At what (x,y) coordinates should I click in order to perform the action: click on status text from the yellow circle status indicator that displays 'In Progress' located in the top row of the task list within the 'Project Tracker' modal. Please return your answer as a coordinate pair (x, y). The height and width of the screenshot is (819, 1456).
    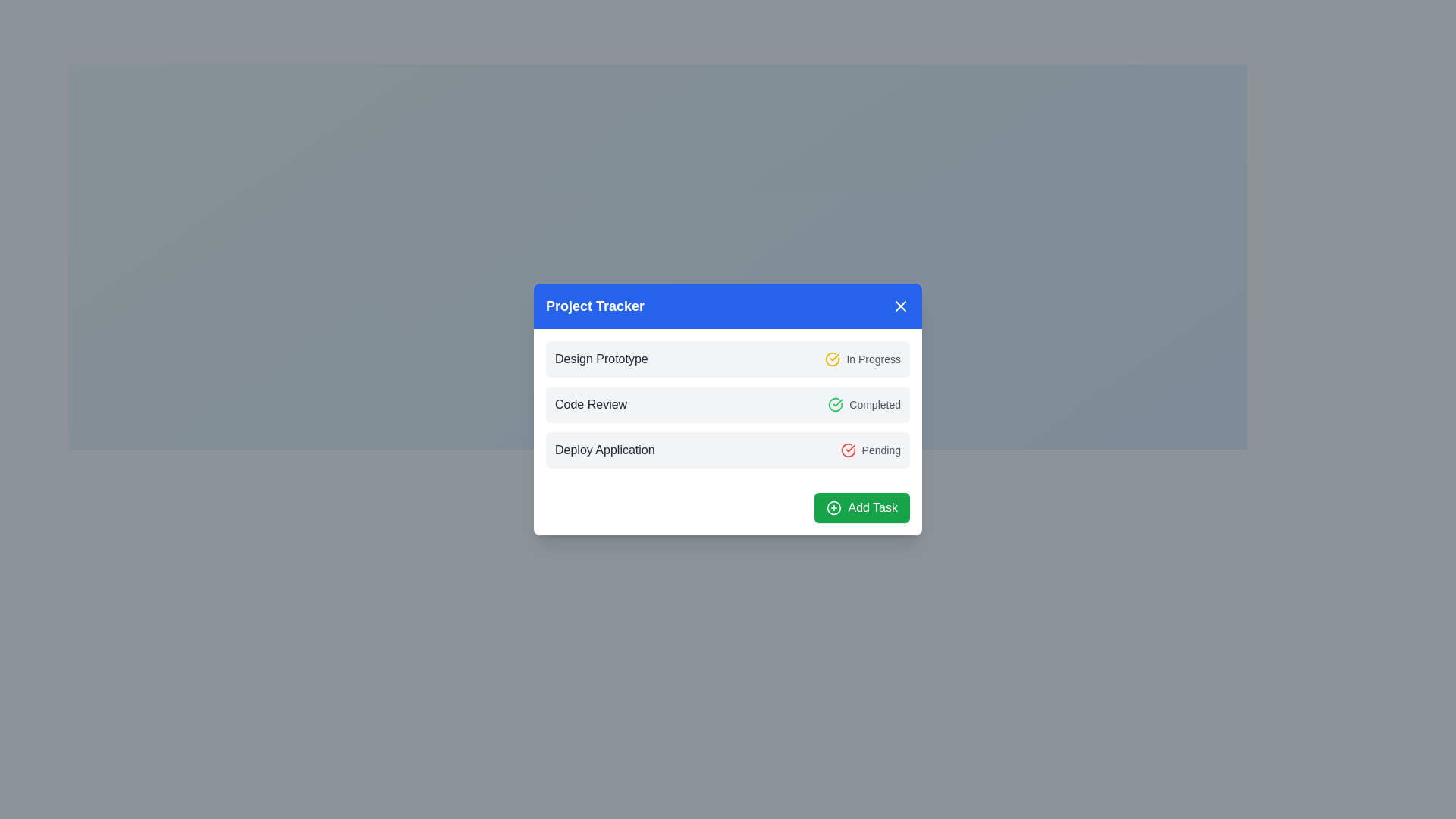
    Looking at the image, I should click on (863, 359).